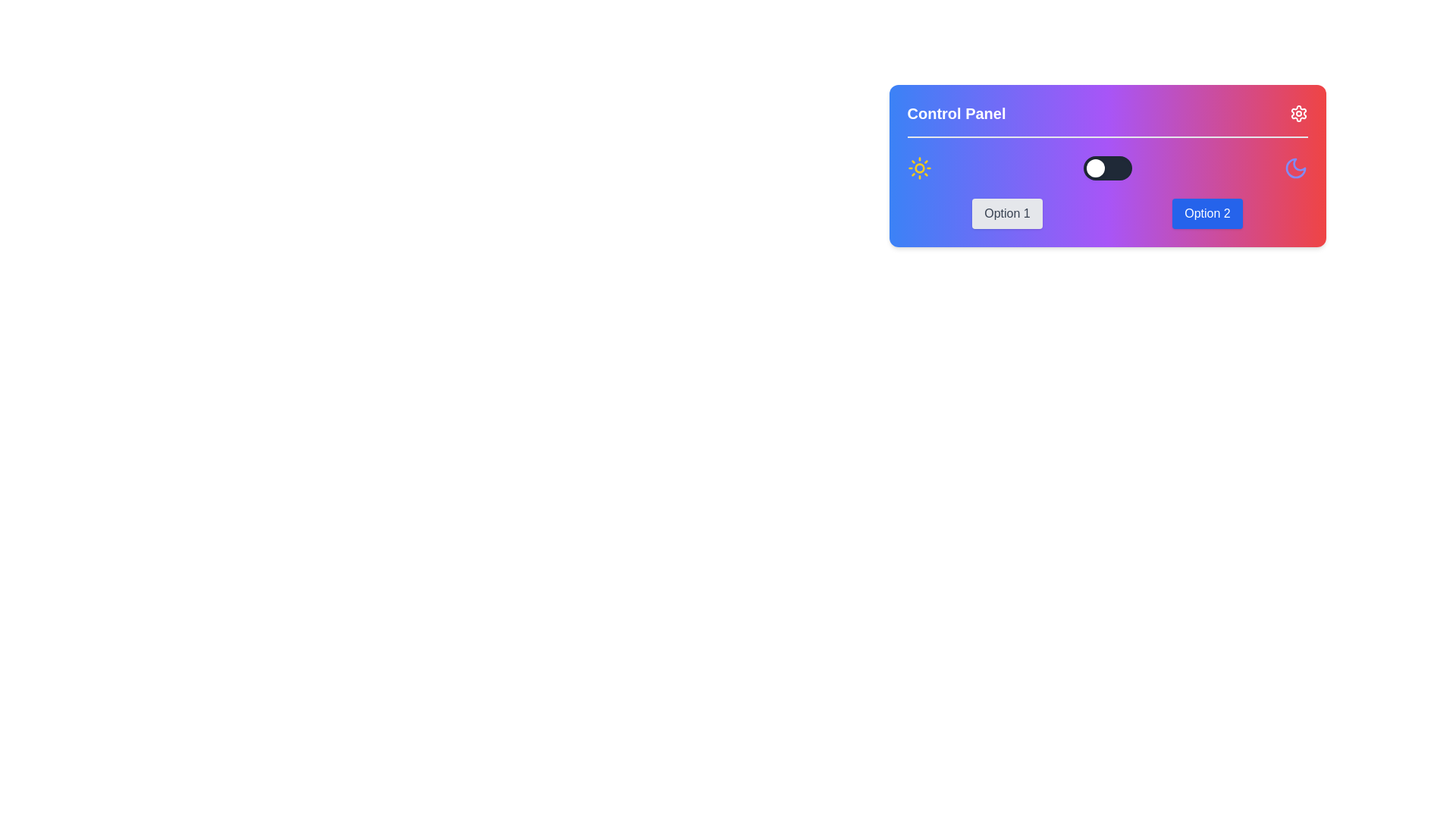  Describe the element at coordinates (918, 168) in the screenshot. I see `the decorative SVG circle element at the center of the 'sun' icon in the gradient-styled control panel, which symbolizes light or bright mode` at that location.